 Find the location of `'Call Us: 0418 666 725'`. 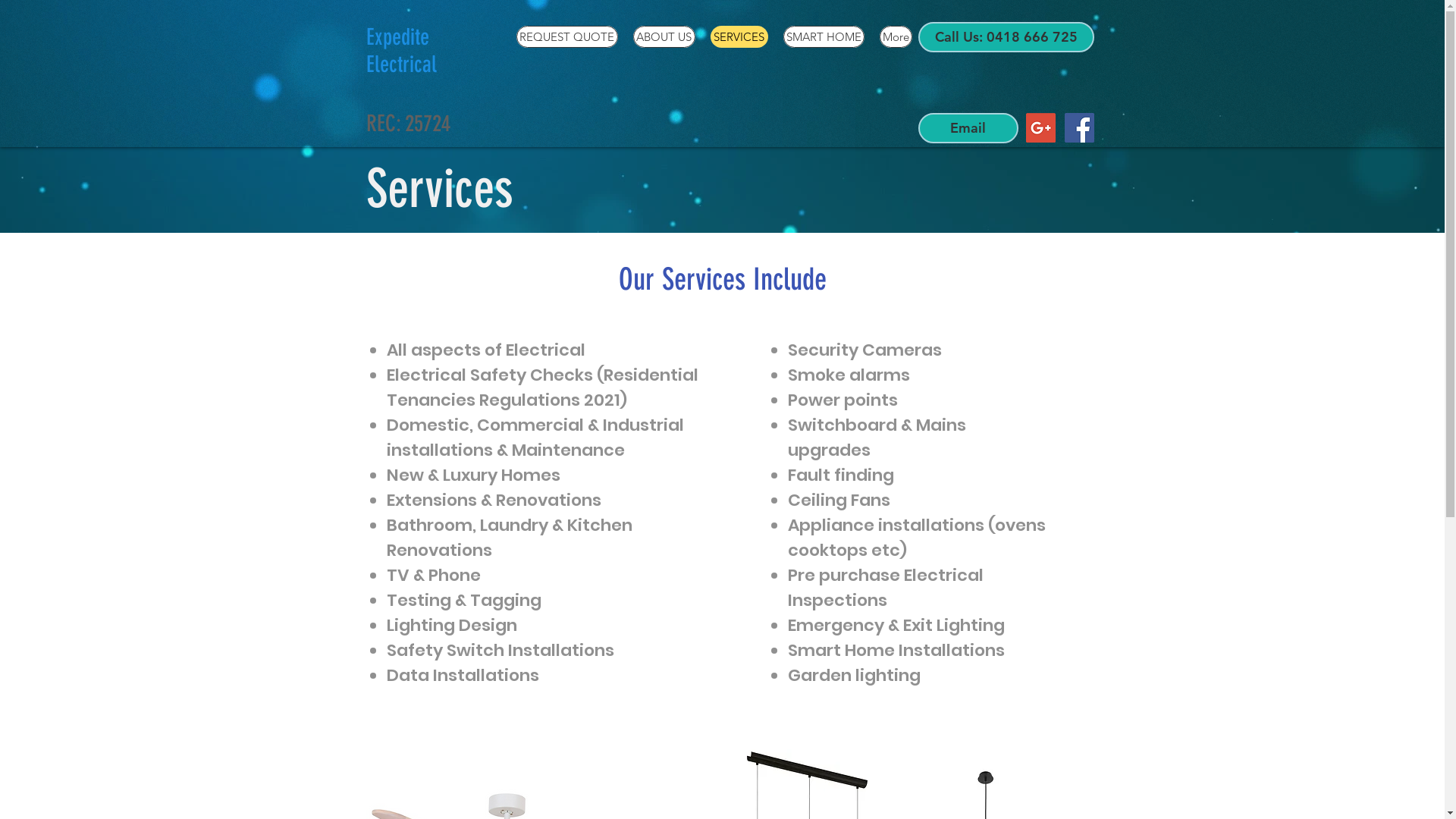

'Call Us: 0418 666 725' is located at coordinates (1005, 36).